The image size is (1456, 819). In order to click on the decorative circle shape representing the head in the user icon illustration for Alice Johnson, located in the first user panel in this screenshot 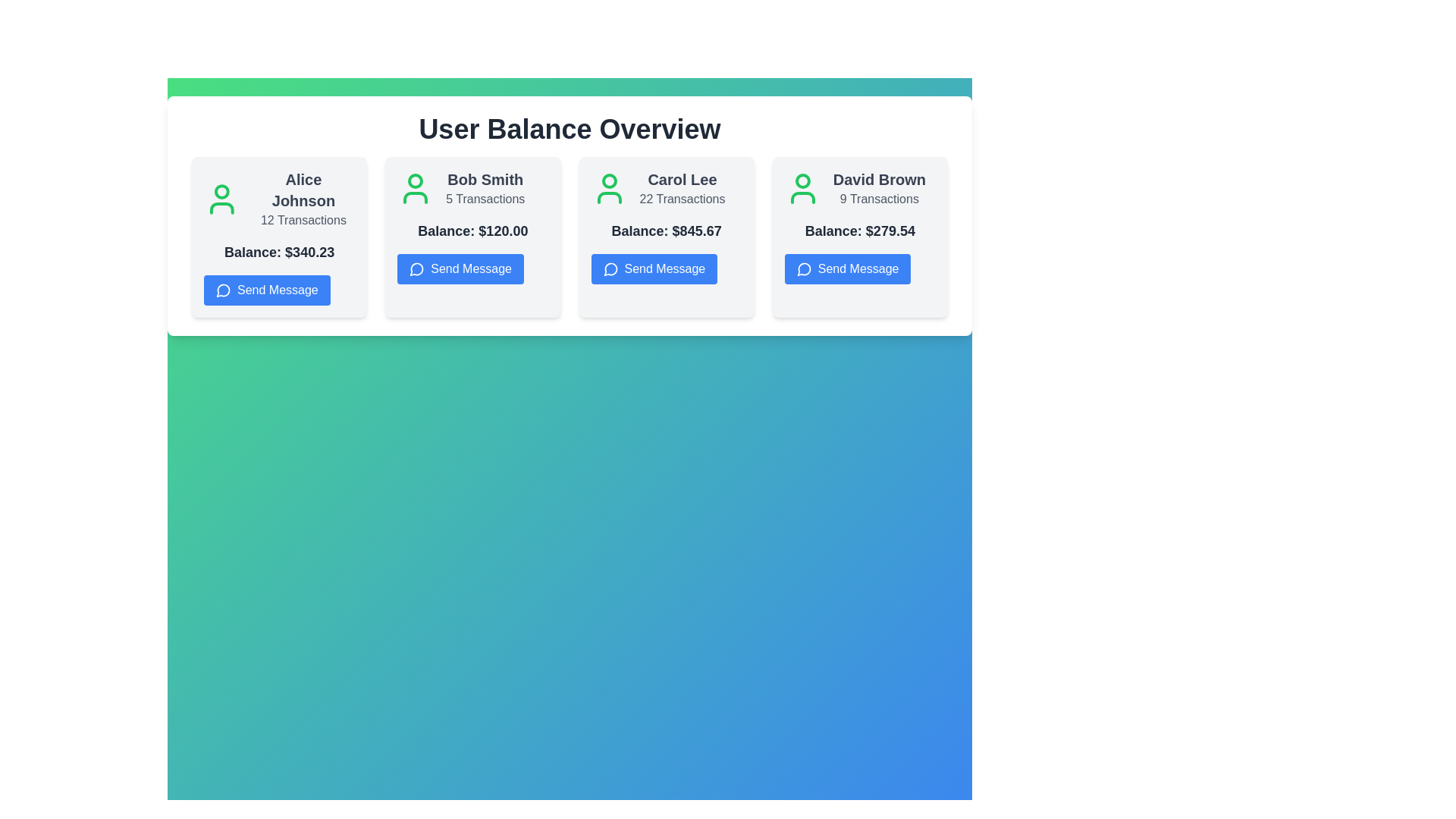, I will do `click(221, 191)`.